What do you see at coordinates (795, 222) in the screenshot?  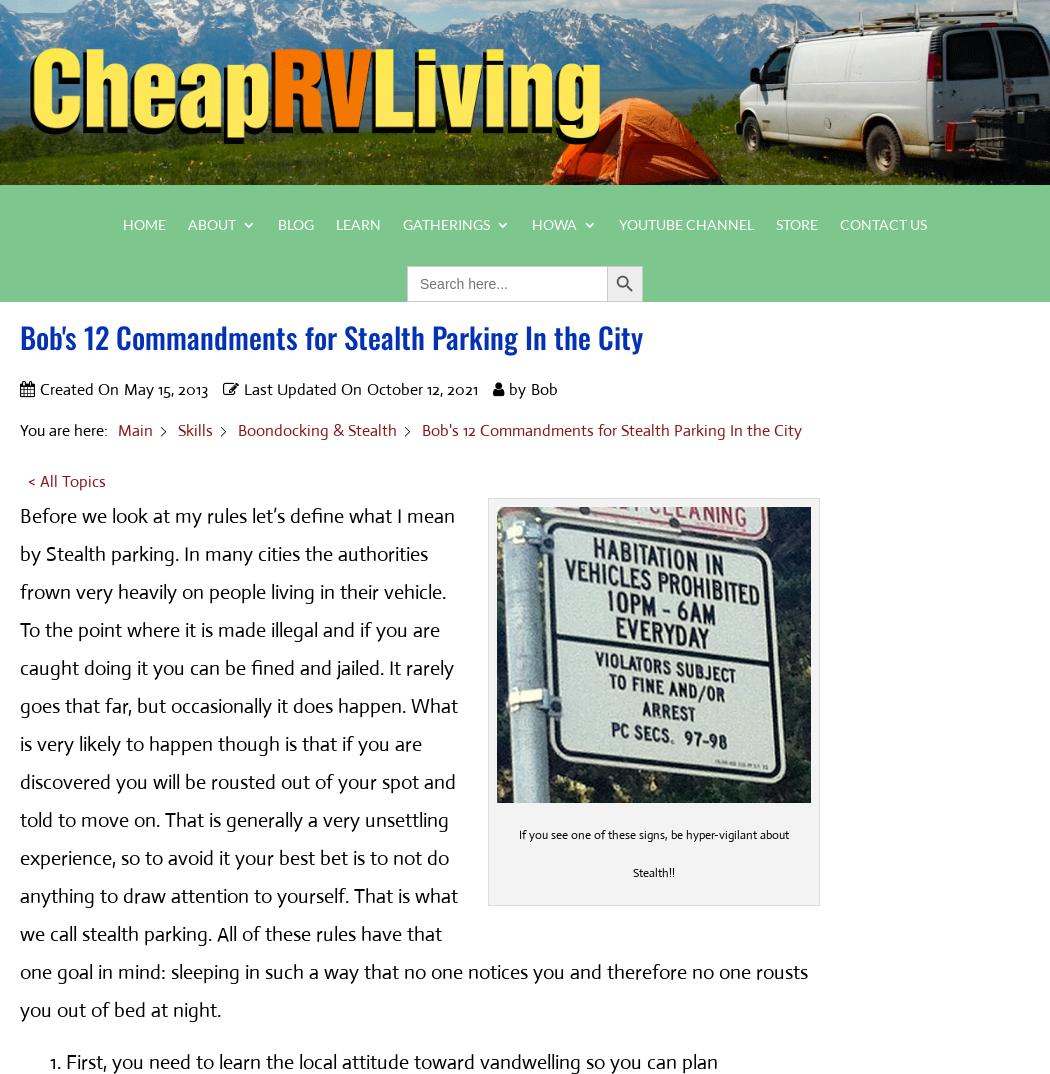 I see `'Store'` at bounding box center [795, 222].